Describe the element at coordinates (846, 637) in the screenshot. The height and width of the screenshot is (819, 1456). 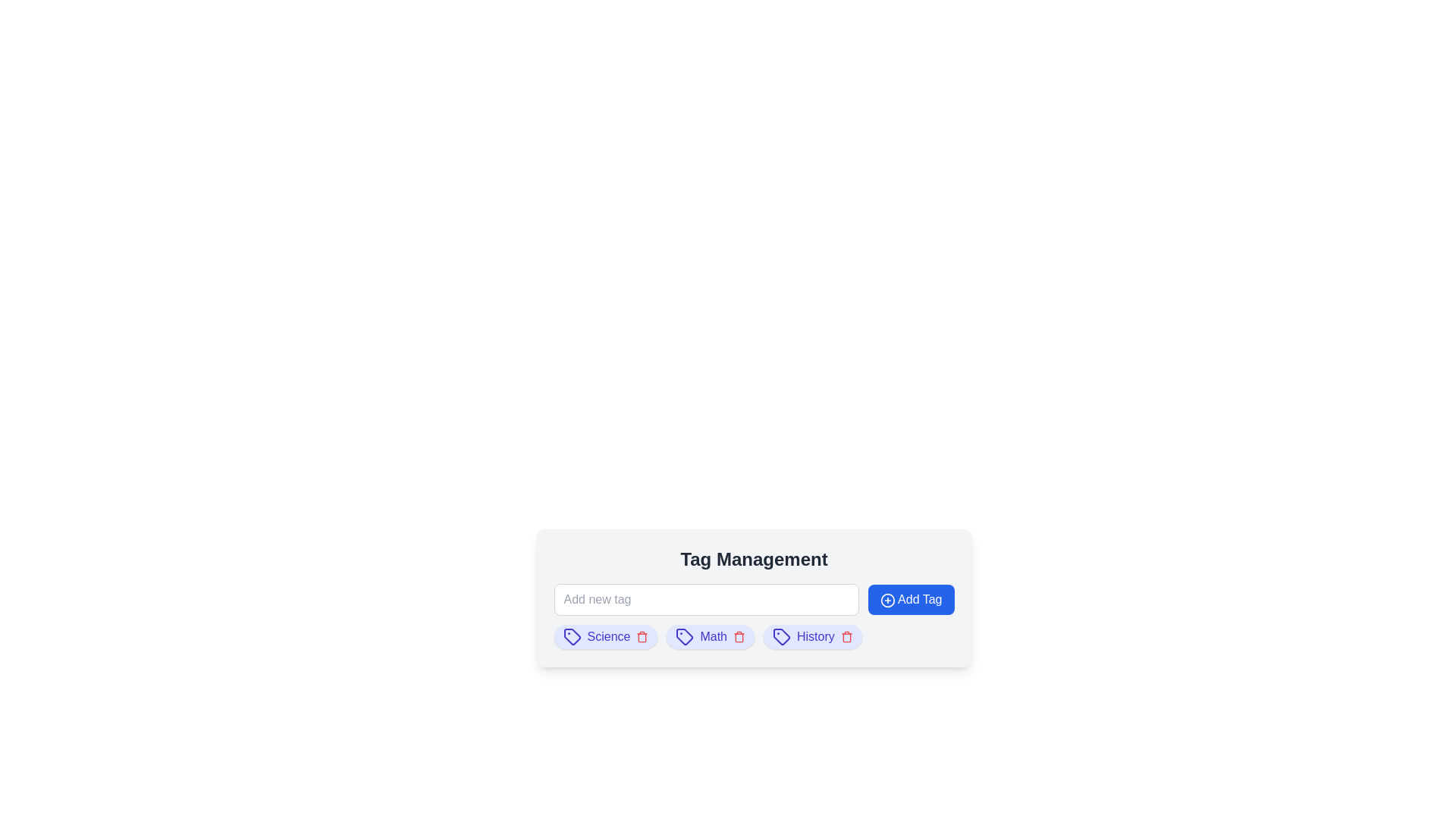
I see `the trash icon button located on the far right within the 'History' tag group` at that location.